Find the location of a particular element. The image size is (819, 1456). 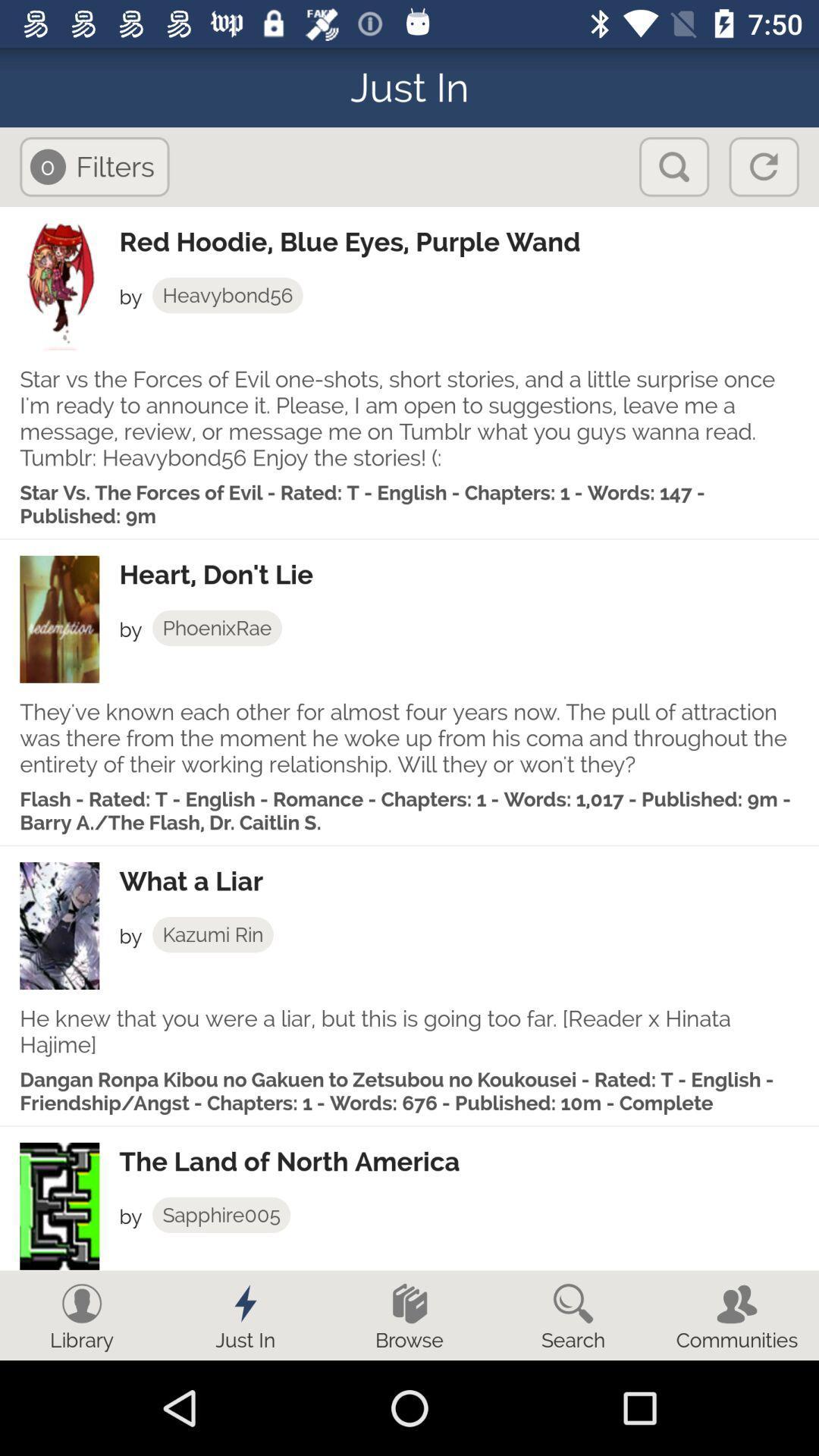

they ve known item is located at coordinates (409, 738).